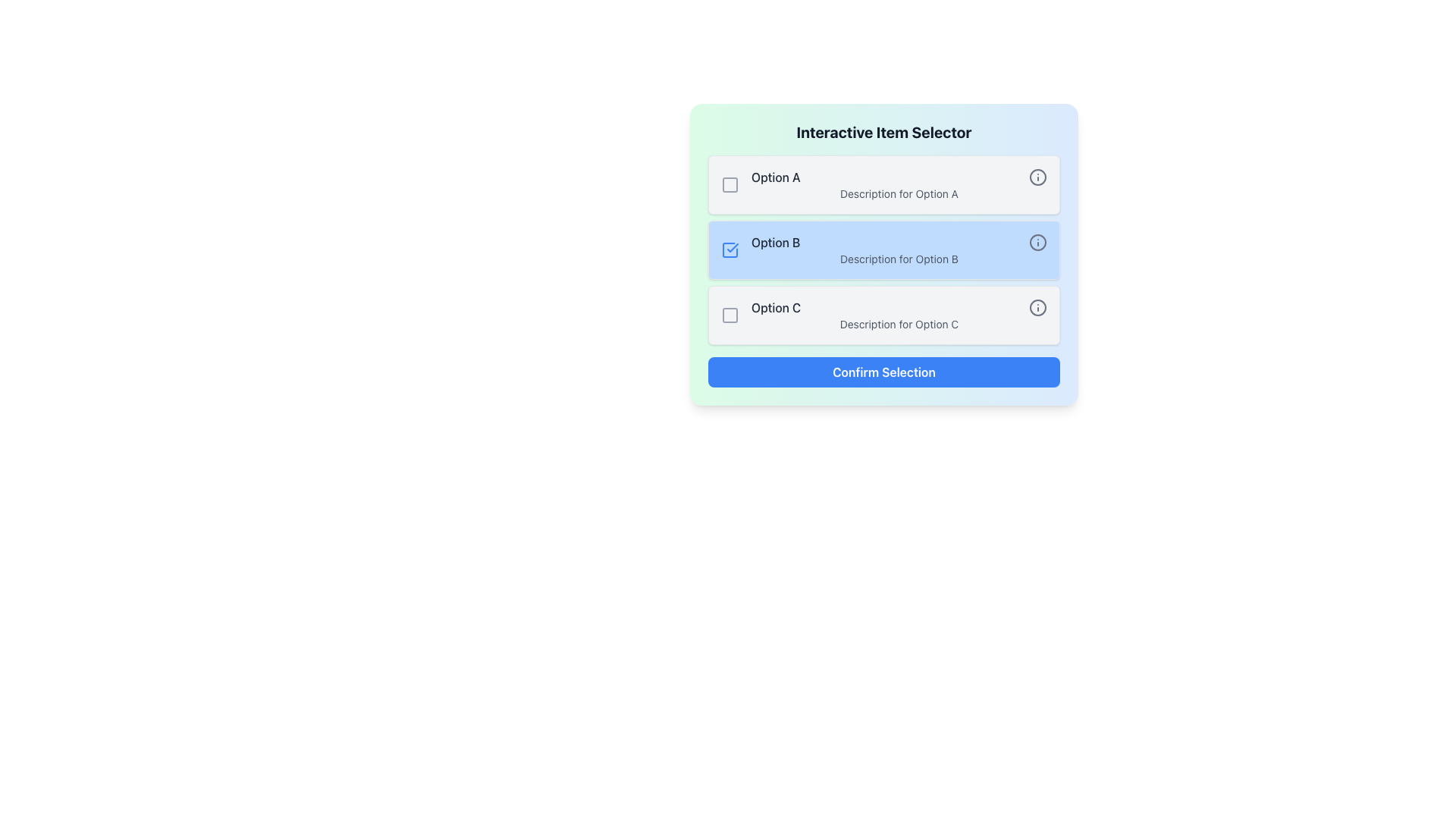  What do you see at coordinates (884, 253) in the screenshot?
I see `the second selectable option in the button group, which has a gradient background from green` at bounding box center [884, 253].